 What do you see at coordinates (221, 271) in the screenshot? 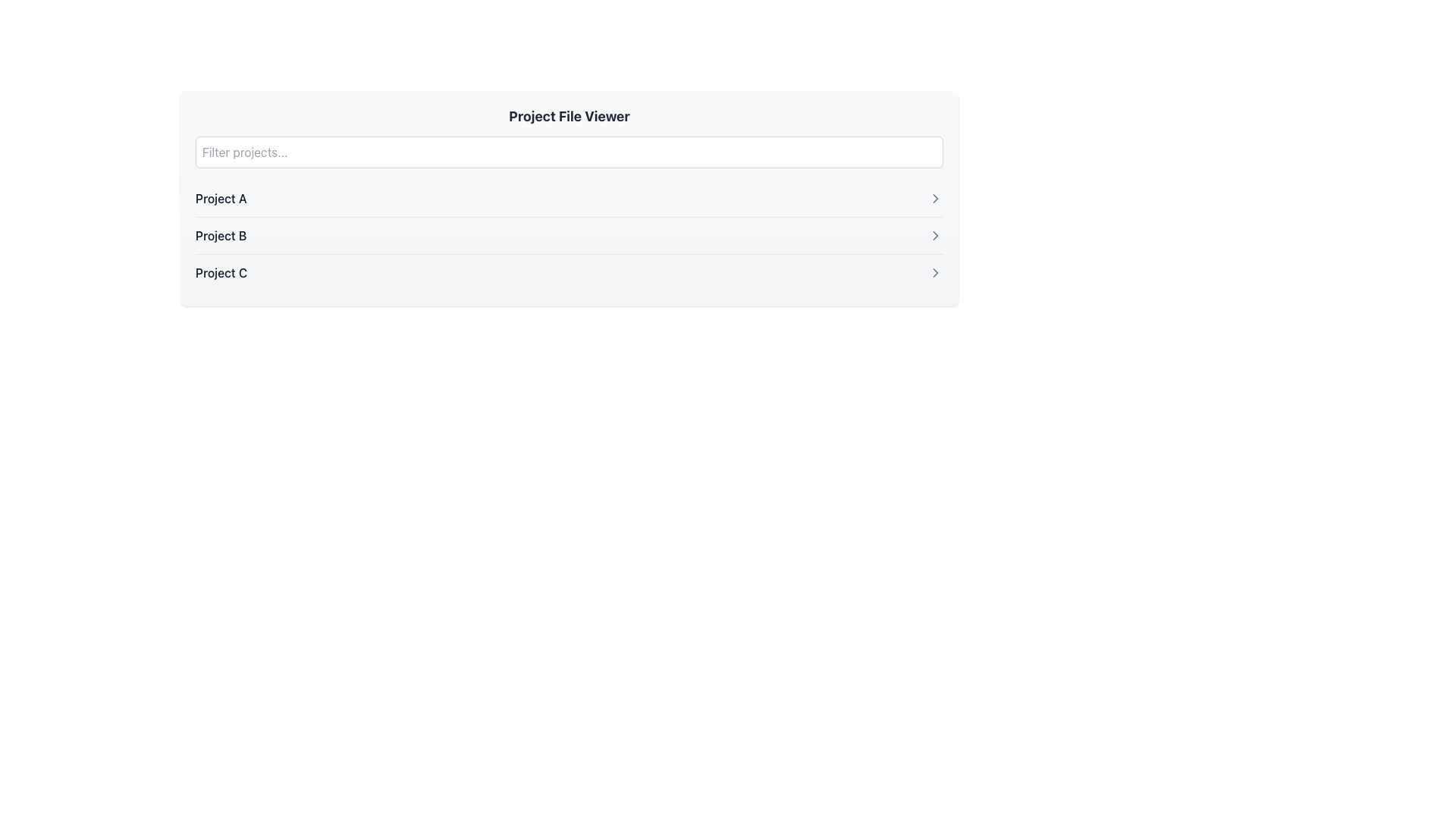
I see `the text label displaying 'Project C'` at bounding box center [221, 271].